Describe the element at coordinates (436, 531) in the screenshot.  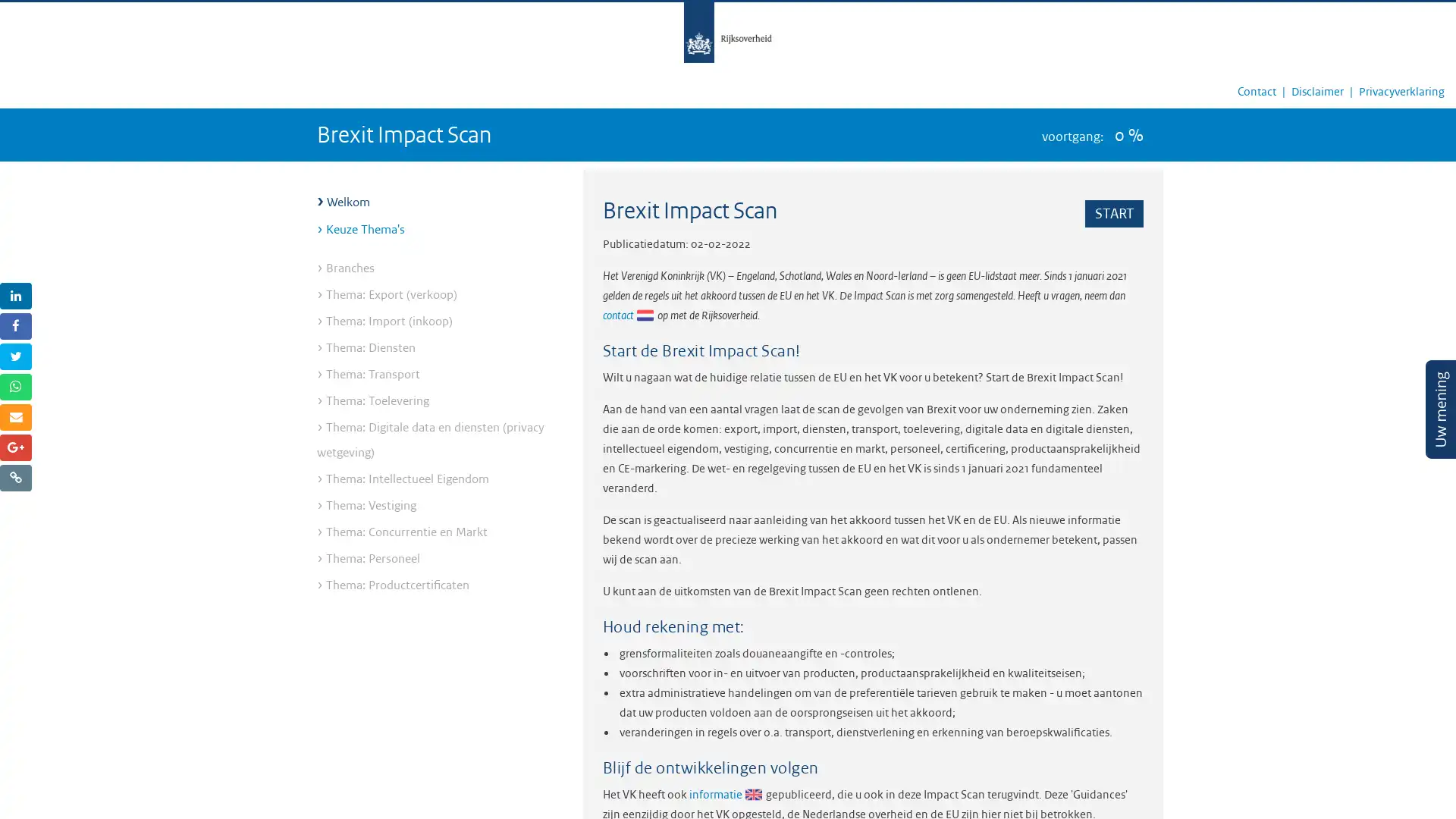
I see `Thema: Concurrentie en Markt` at that location.